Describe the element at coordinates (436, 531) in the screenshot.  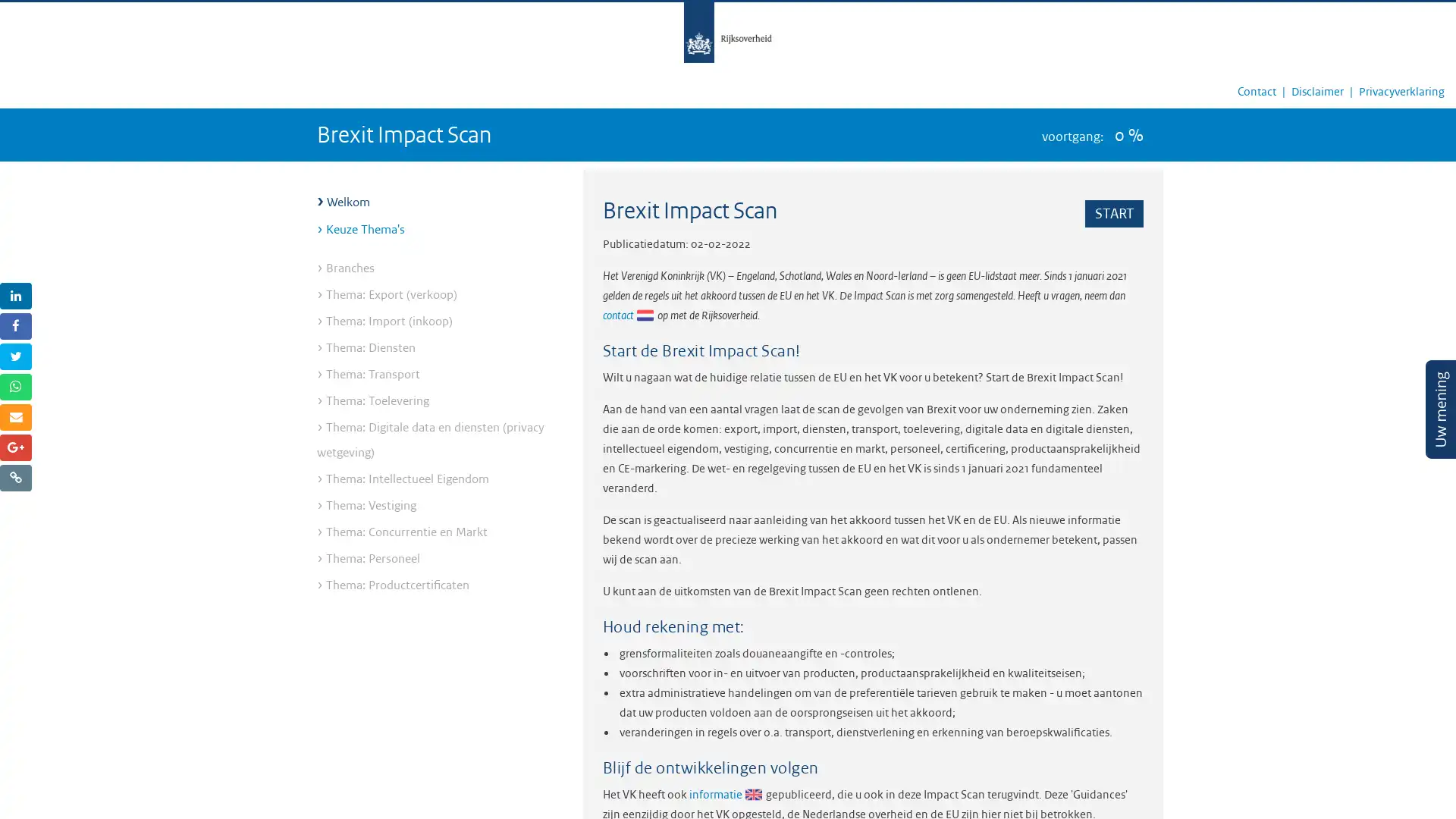
I see `Thema: Concurrentie en Markt` at that location.